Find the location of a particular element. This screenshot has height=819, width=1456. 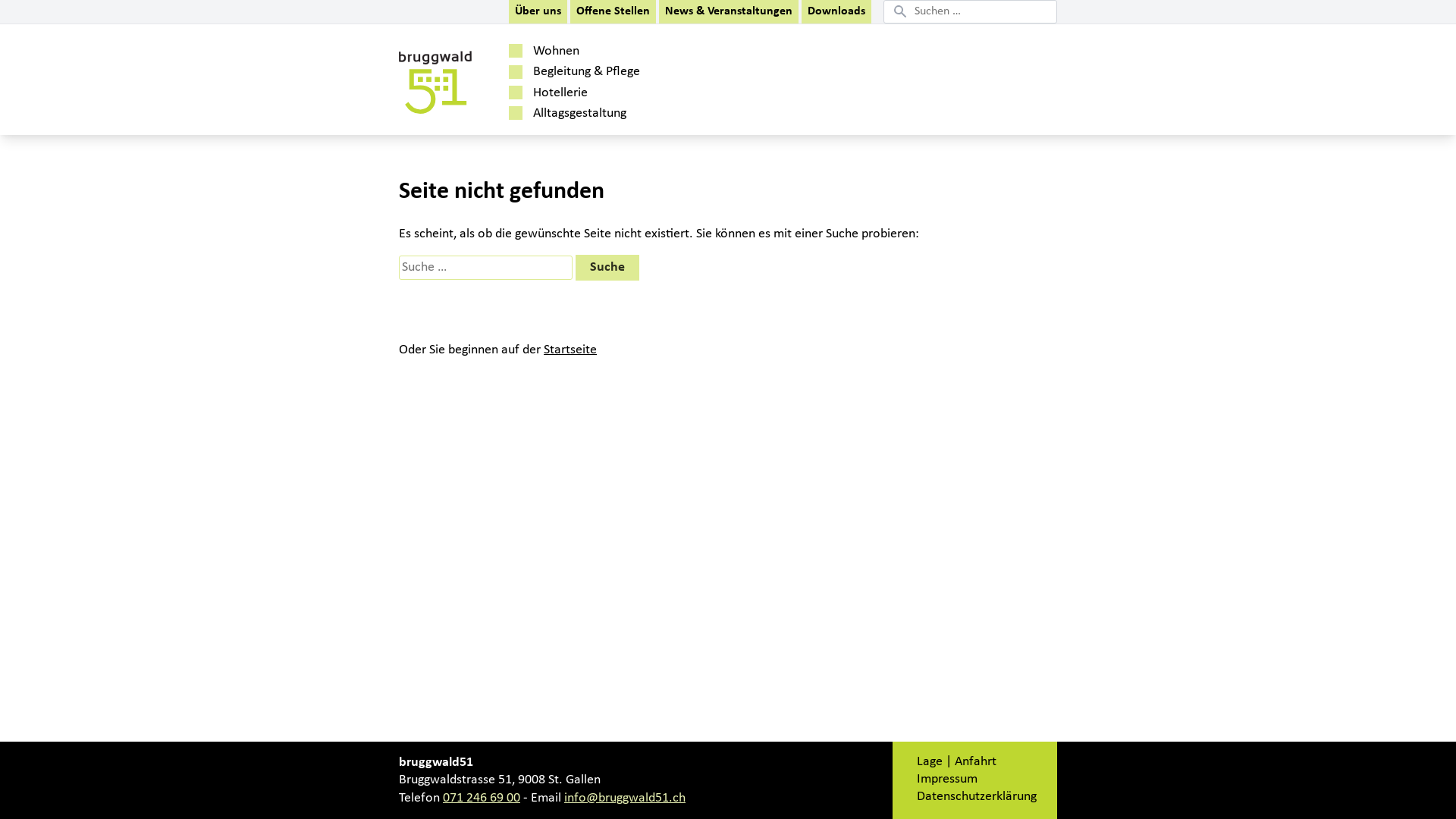

'Begleitung & Pflege' is located at coordinates (532, 71).